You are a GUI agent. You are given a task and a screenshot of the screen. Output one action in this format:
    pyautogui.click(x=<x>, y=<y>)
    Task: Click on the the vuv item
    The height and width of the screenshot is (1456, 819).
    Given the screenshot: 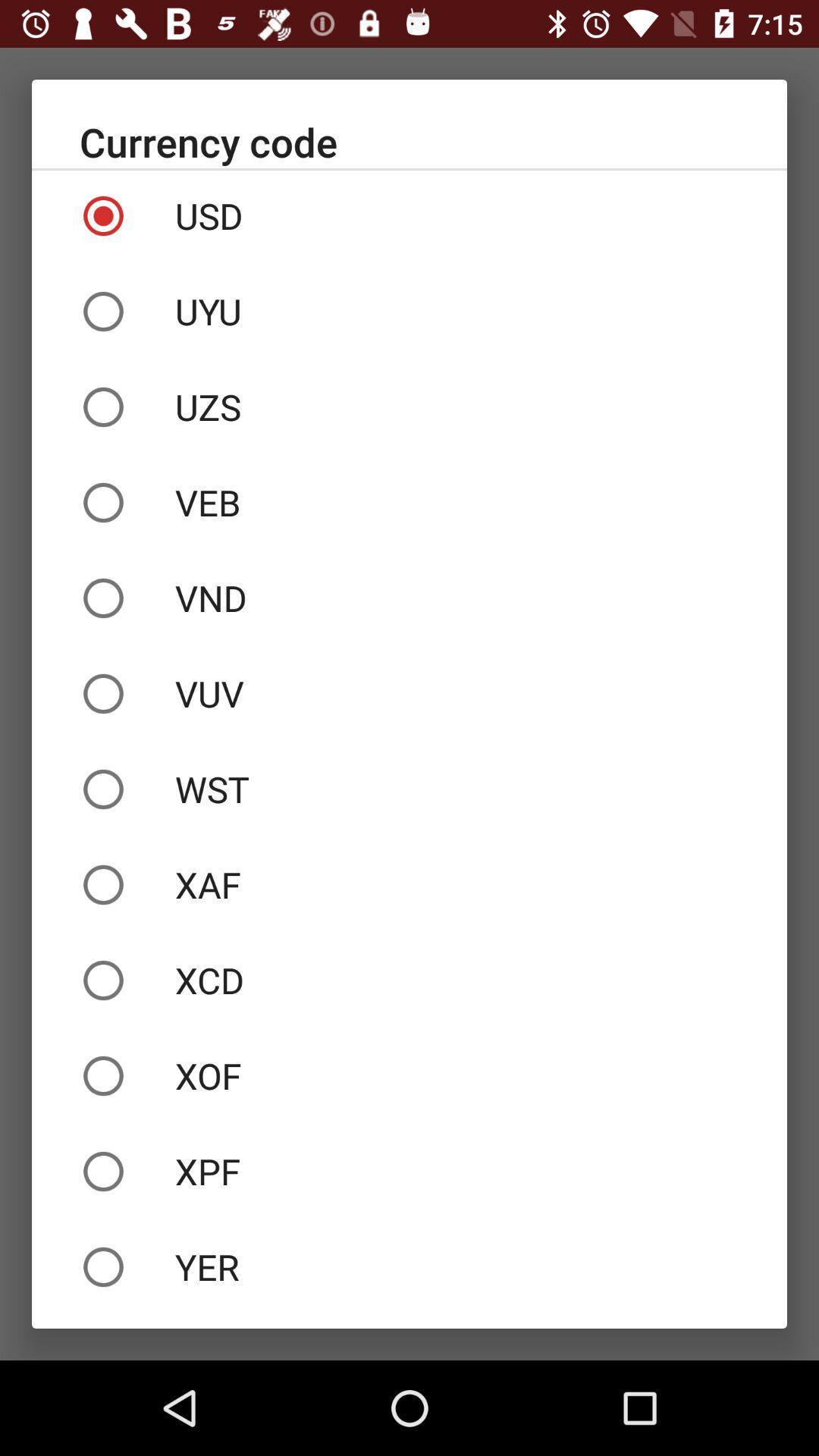 What is the action you would take?
    pyautogui.click(x=409, y=693)
    